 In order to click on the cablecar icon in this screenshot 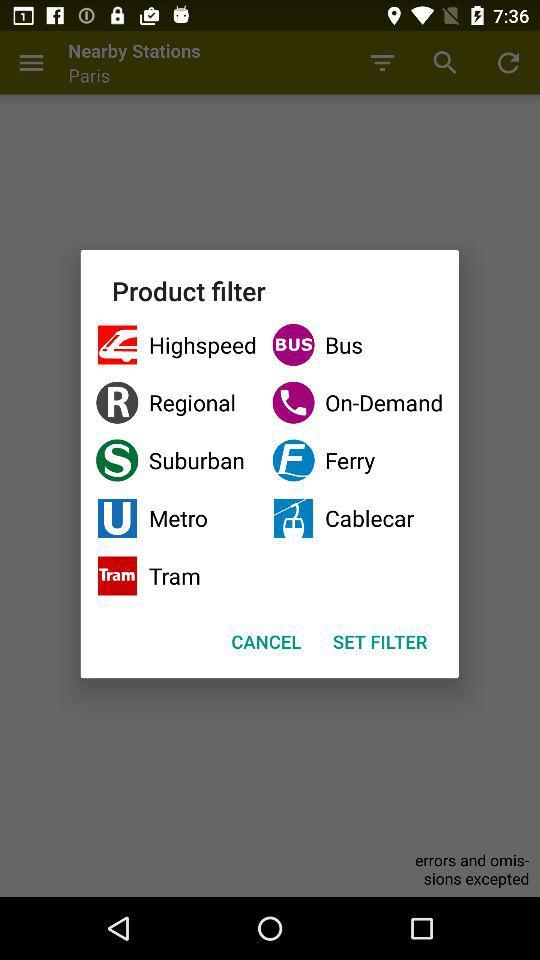, I will do `click(356, 517)`.